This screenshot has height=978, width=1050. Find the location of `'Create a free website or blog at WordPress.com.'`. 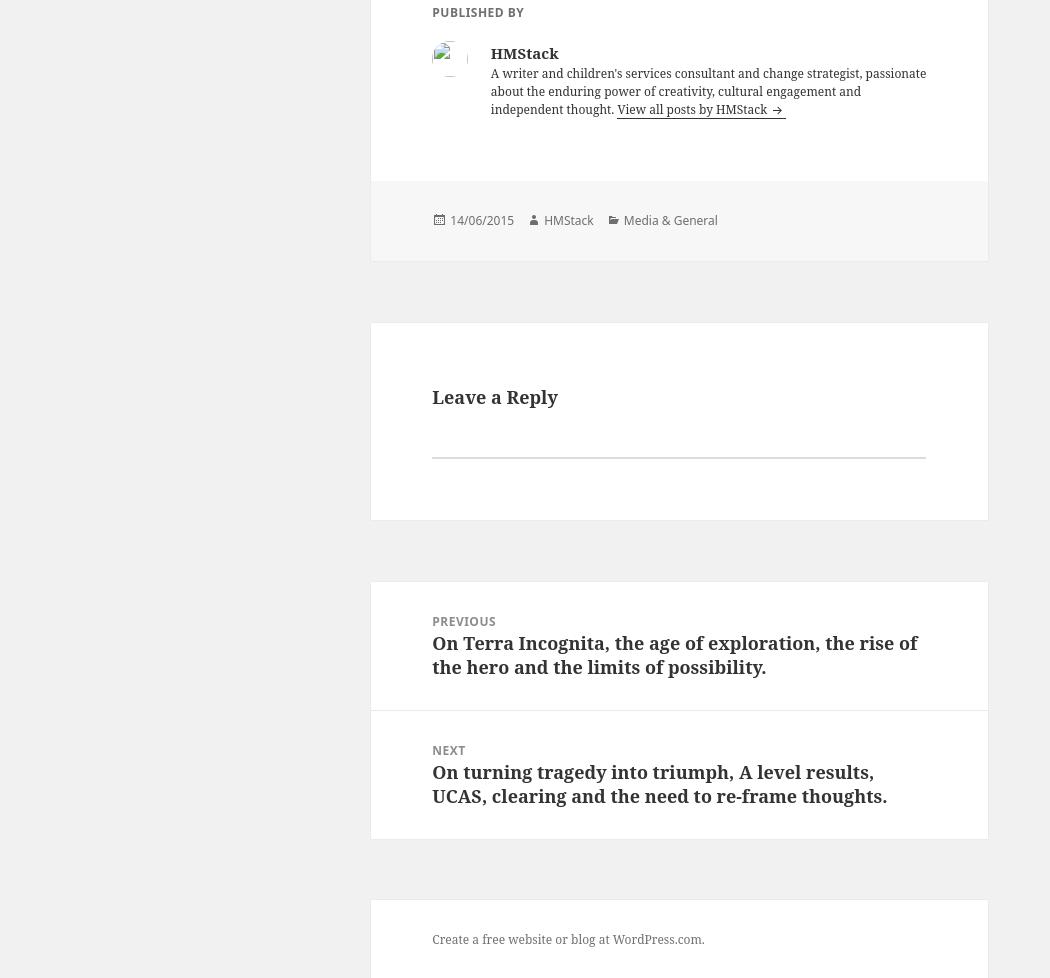

'Create a free website or blog at WordPress.com.' is located at coordinates (567, 938).